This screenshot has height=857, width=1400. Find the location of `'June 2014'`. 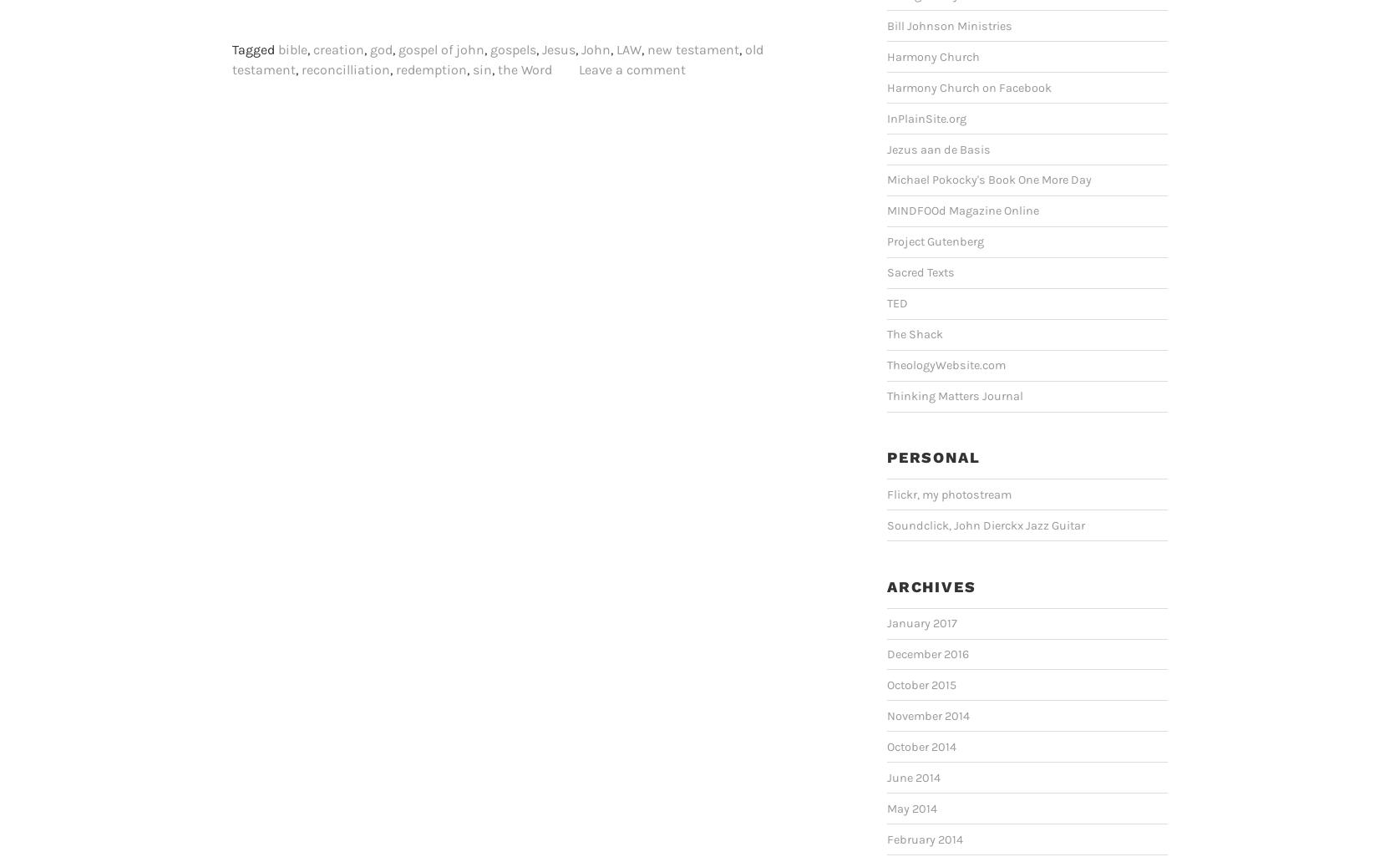

'June 2014' is located at coordinates (912, 777).